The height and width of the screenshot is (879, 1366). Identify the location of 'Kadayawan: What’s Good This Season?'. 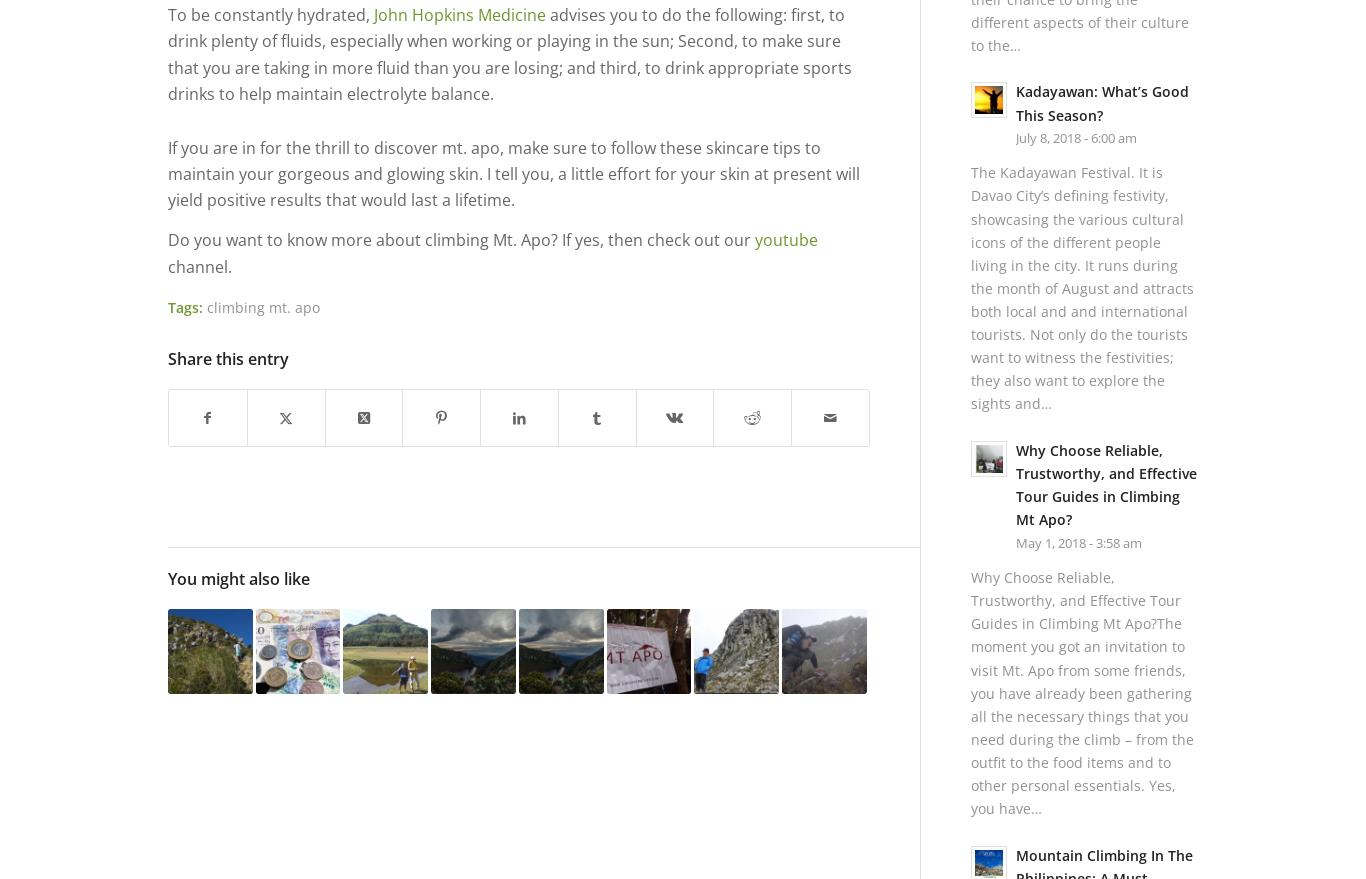
(1100, 102).